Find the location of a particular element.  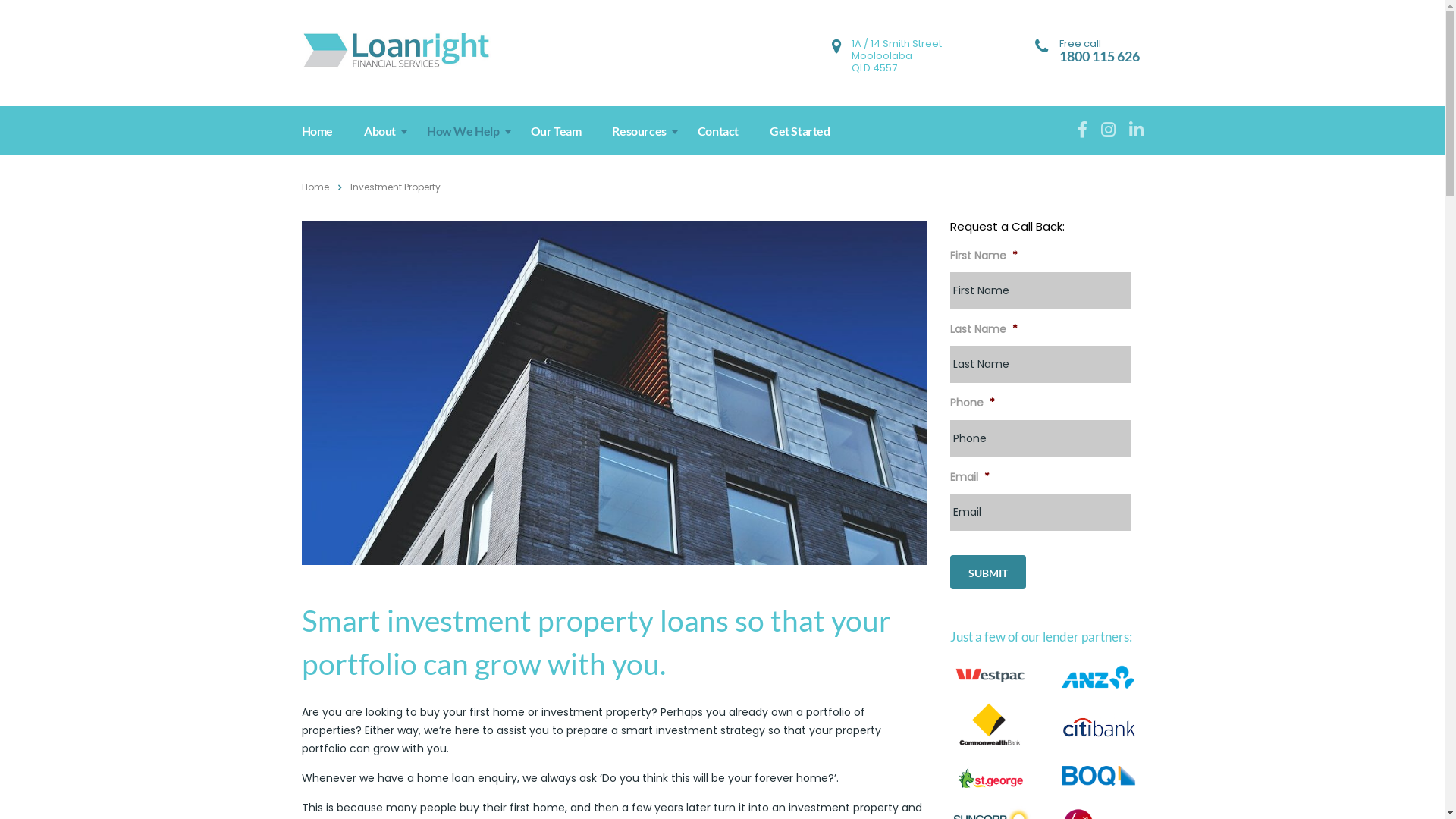

'Submit' is located at coordinates (987, 572).